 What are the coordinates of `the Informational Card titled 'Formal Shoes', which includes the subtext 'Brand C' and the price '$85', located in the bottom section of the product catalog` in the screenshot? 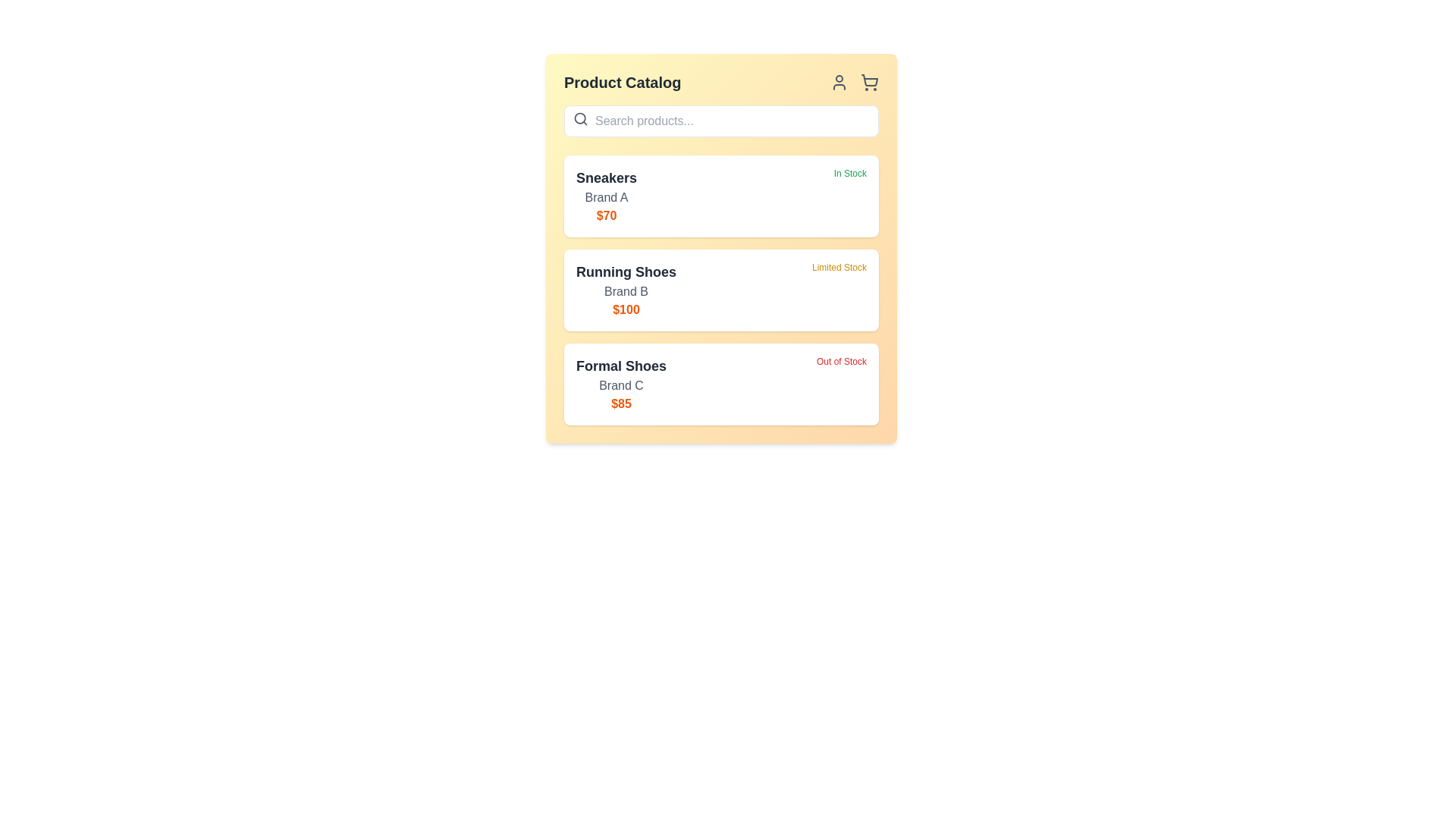 It's located at (621, 383).